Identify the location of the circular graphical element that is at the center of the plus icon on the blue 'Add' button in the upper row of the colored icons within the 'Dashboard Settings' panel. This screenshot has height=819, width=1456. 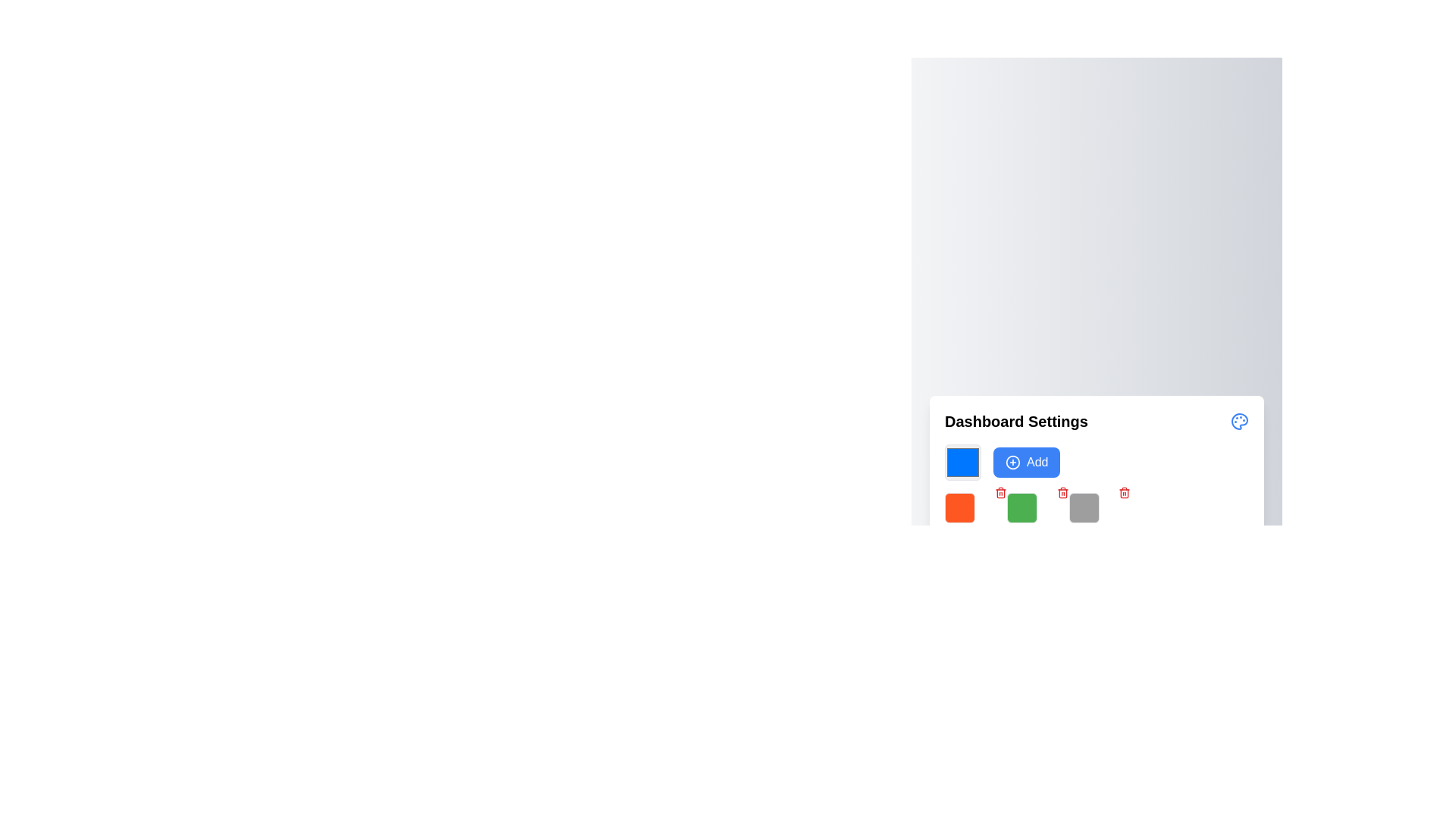
(1012, 461).